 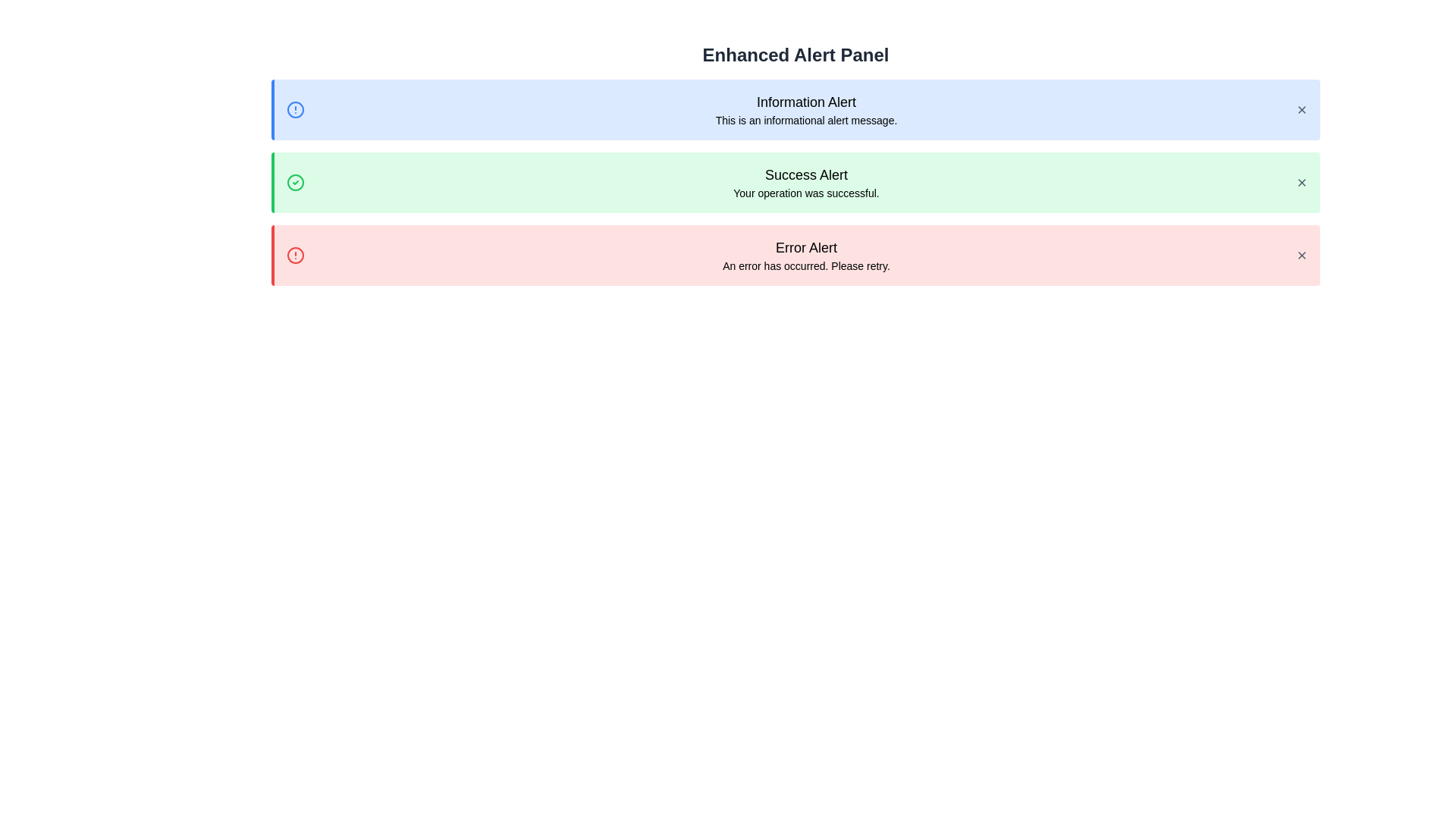 What do you see at coordinates (795, 102) in the screenshot?
I see `the text of Information Alert` at bounding box center [795, 102].